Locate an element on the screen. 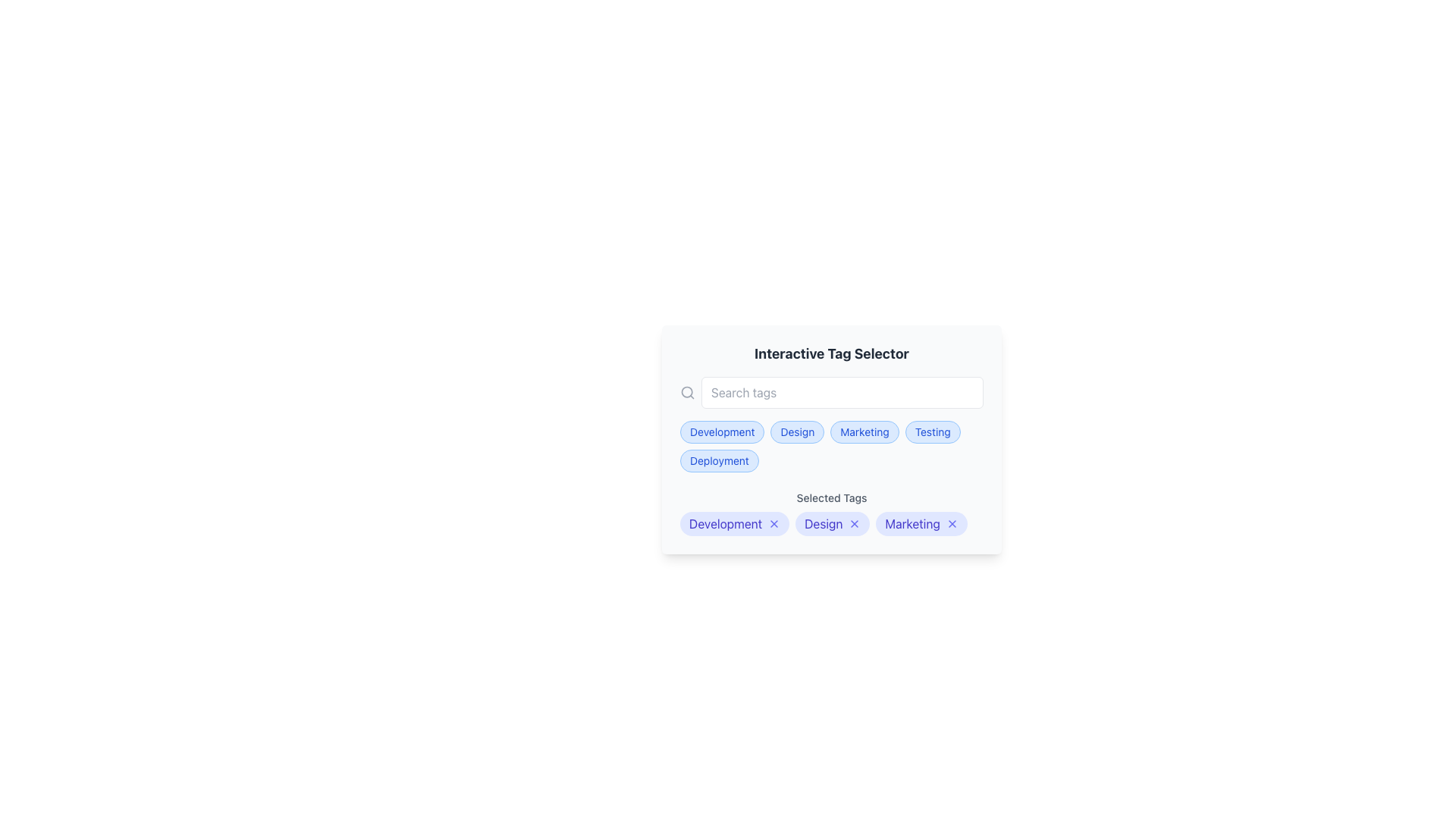 The height and width of the screenshot is (819, 1456). the text label displaying 'Design' in bold indigo font, which is part of a rounded rectangular button in the 'Selected Tags' section is located at coordinates (823, 522).